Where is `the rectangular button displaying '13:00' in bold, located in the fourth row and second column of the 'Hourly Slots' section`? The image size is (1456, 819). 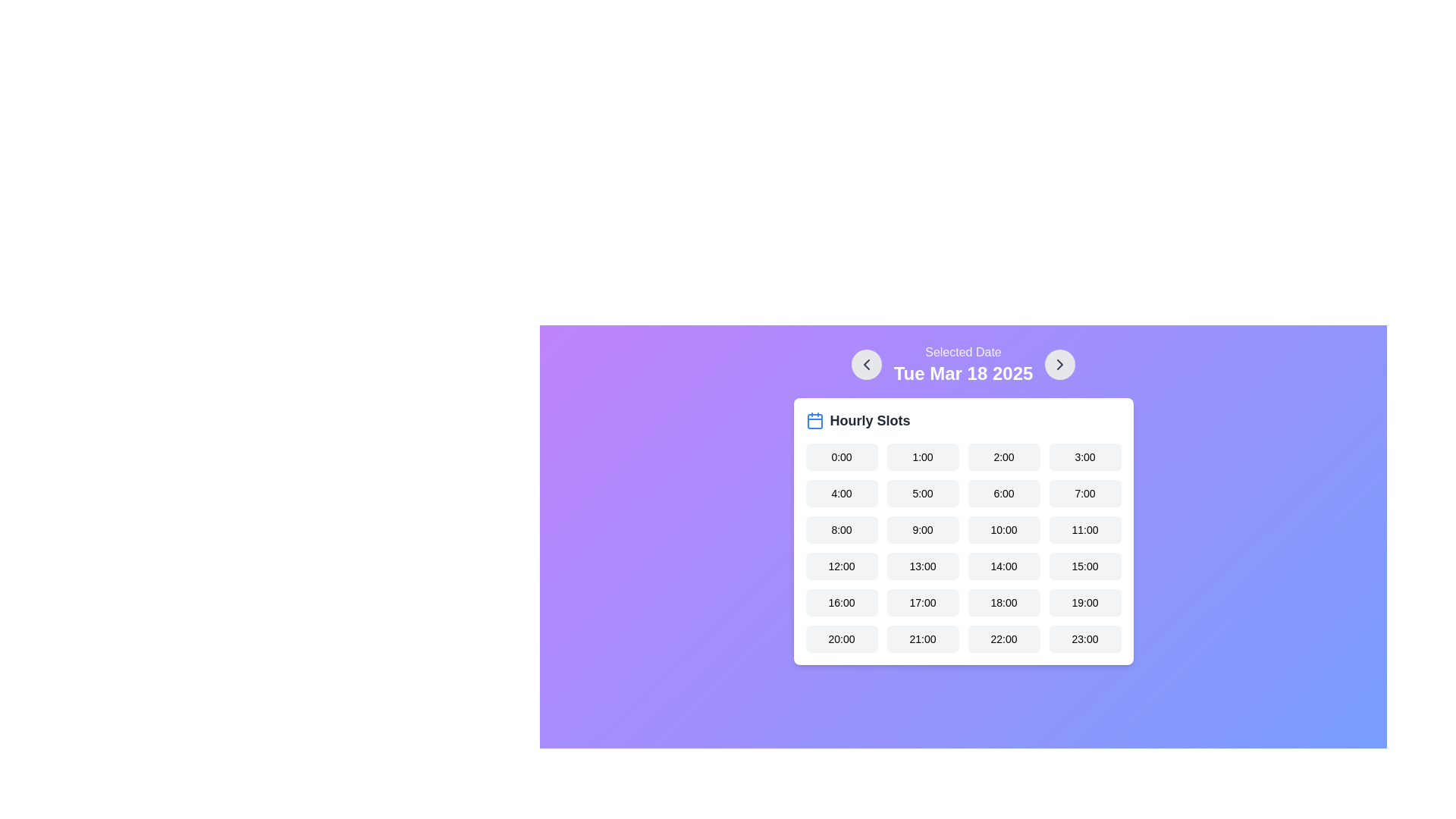 the rectangular button displaying '13:00' in bold, located in the fourth row and second column of the 'Hourly Slots' section is located at coordinates (922, 566).